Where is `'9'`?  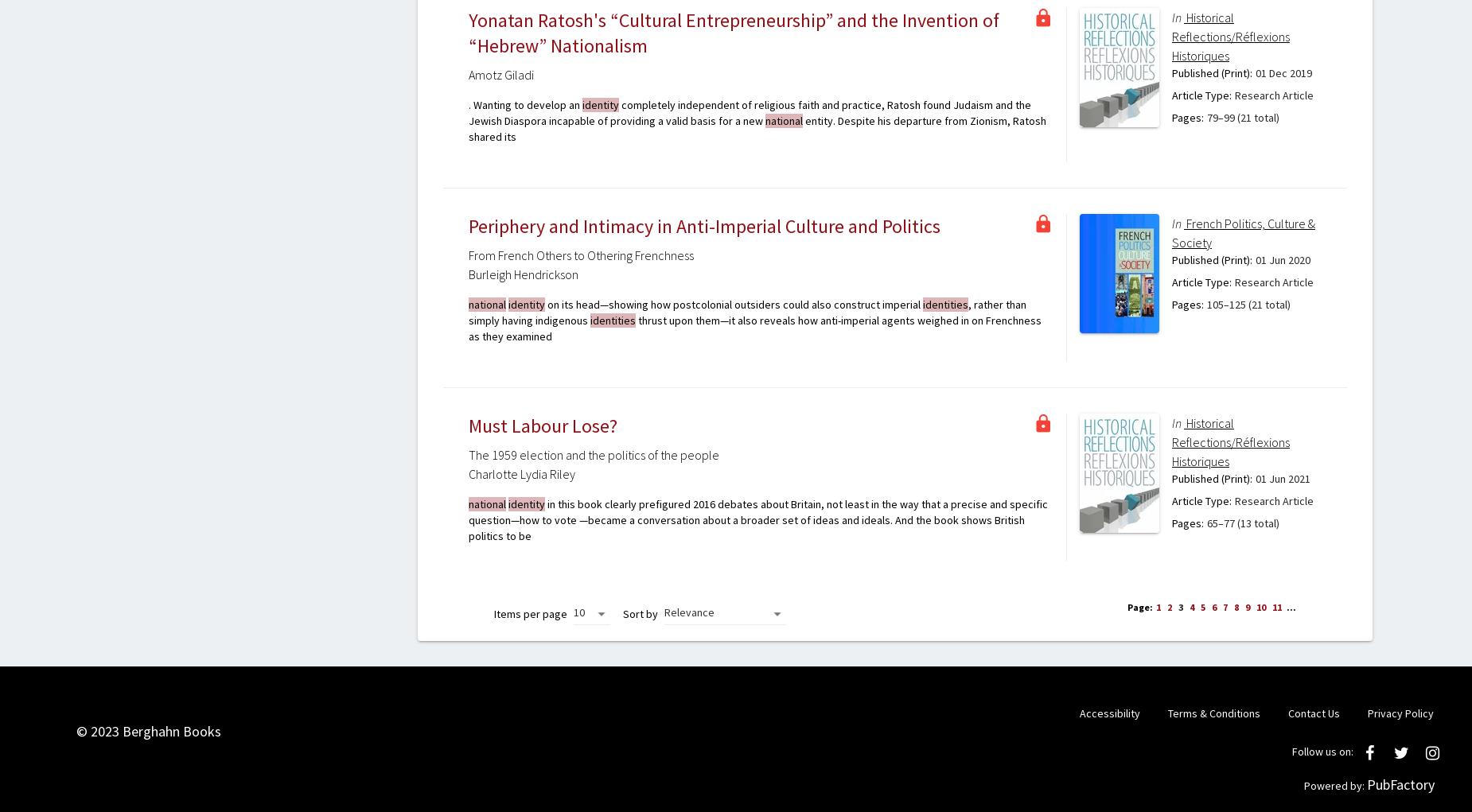 '9' is located at coordinates (1244, 607).